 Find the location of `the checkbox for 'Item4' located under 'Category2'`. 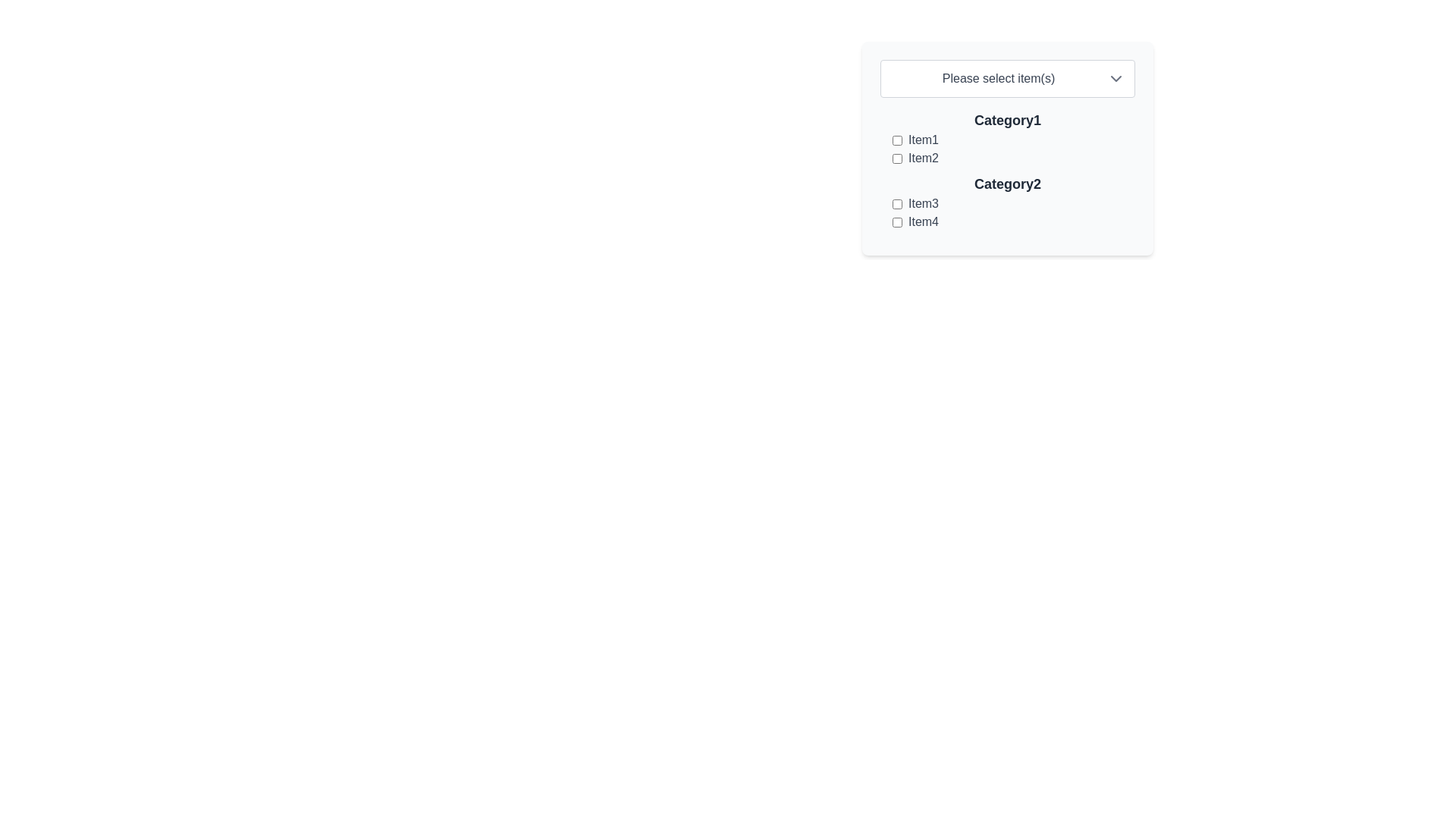

the checkbox for 'Item4' located under 'Category2' is located at coordinates (1014, 222).